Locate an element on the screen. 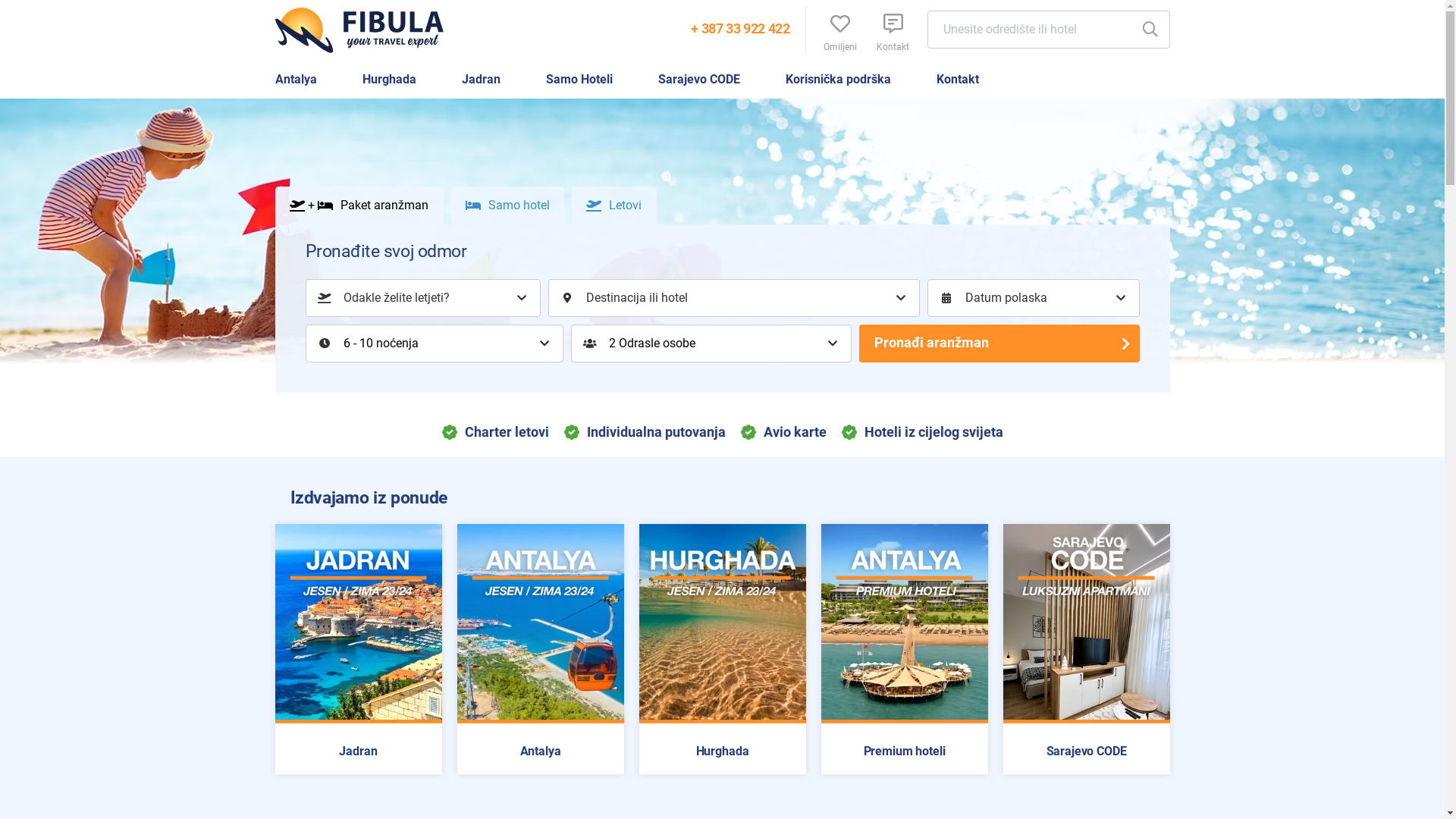 Image resolution: width=1456 pixels, height=819 pixels. 'Kontakt' is located at coordinates (956, 79).